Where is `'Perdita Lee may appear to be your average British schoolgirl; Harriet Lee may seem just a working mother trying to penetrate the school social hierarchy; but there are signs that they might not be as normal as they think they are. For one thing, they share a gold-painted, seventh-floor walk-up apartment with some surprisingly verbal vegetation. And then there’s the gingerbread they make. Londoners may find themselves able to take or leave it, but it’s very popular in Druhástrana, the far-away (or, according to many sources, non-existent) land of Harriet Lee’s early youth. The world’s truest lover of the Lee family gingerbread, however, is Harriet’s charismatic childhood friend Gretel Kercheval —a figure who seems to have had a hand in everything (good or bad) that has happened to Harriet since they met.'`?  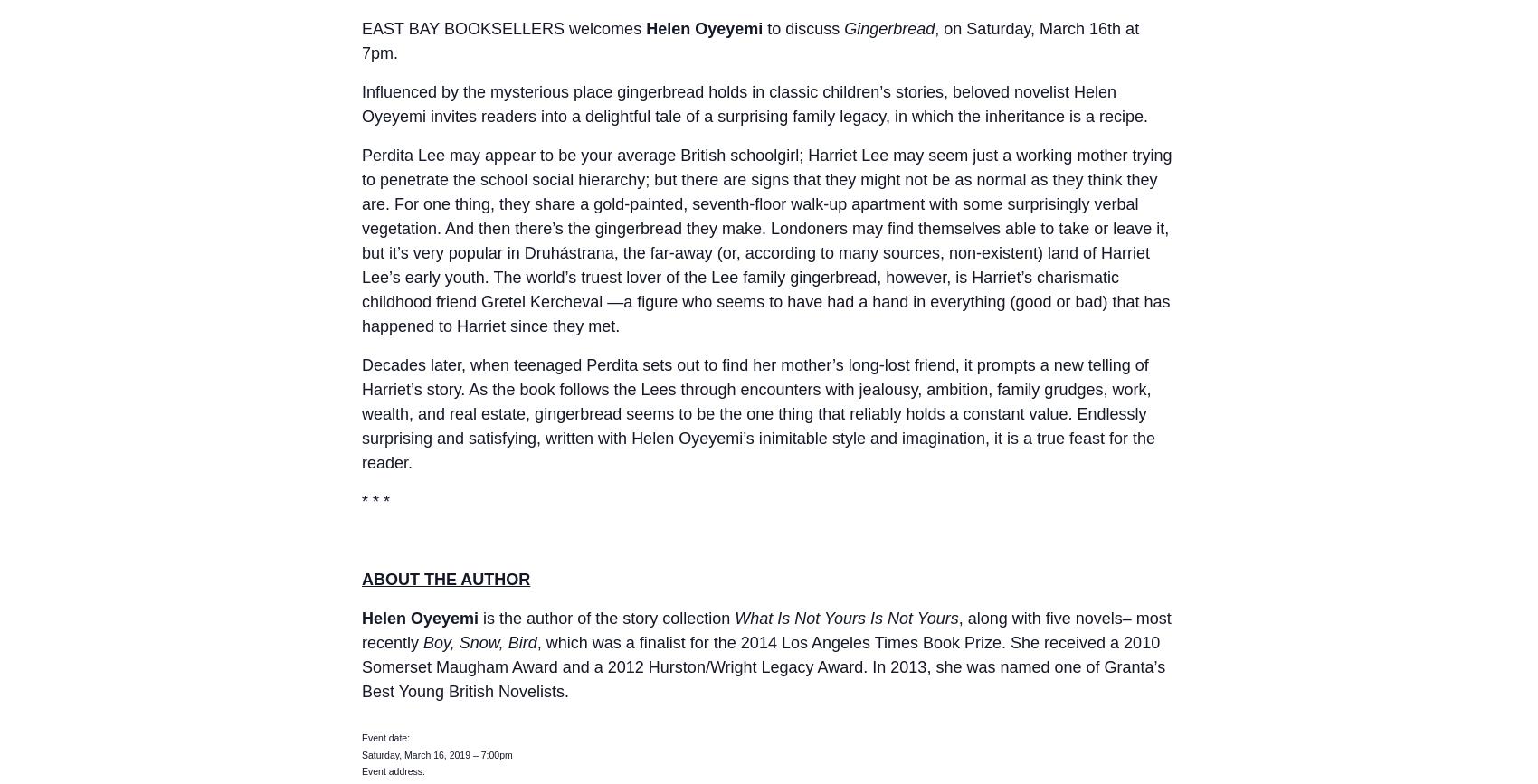
'Perdita Lee may appear to be your average British schoolgirl; Harriet Lee may seem just a working mother trying to penetrate the school social hierarchy; but there are signs that they might not be as normal as they think they are. For one thing, they share a gold-painted, seventh-floor walk-up apartment with some surprisingly verbal vegetation. And then there’s the gingerbread they make. Londoners may find themselves able to take or leave it, but it’s very popular in Druhástrana, the far-away (or, according to many sources, non-existent) land of Harriet Lee’s early youth. The world’s truest lover of the Lee family gingerbread, however, is Harriet’s charismatic childhood friend Gretel Kercheval —a figure who seems to have had a hand in everything (good or bad) that has happened to Harriet since they met.' is located at coordinates (765, 241).